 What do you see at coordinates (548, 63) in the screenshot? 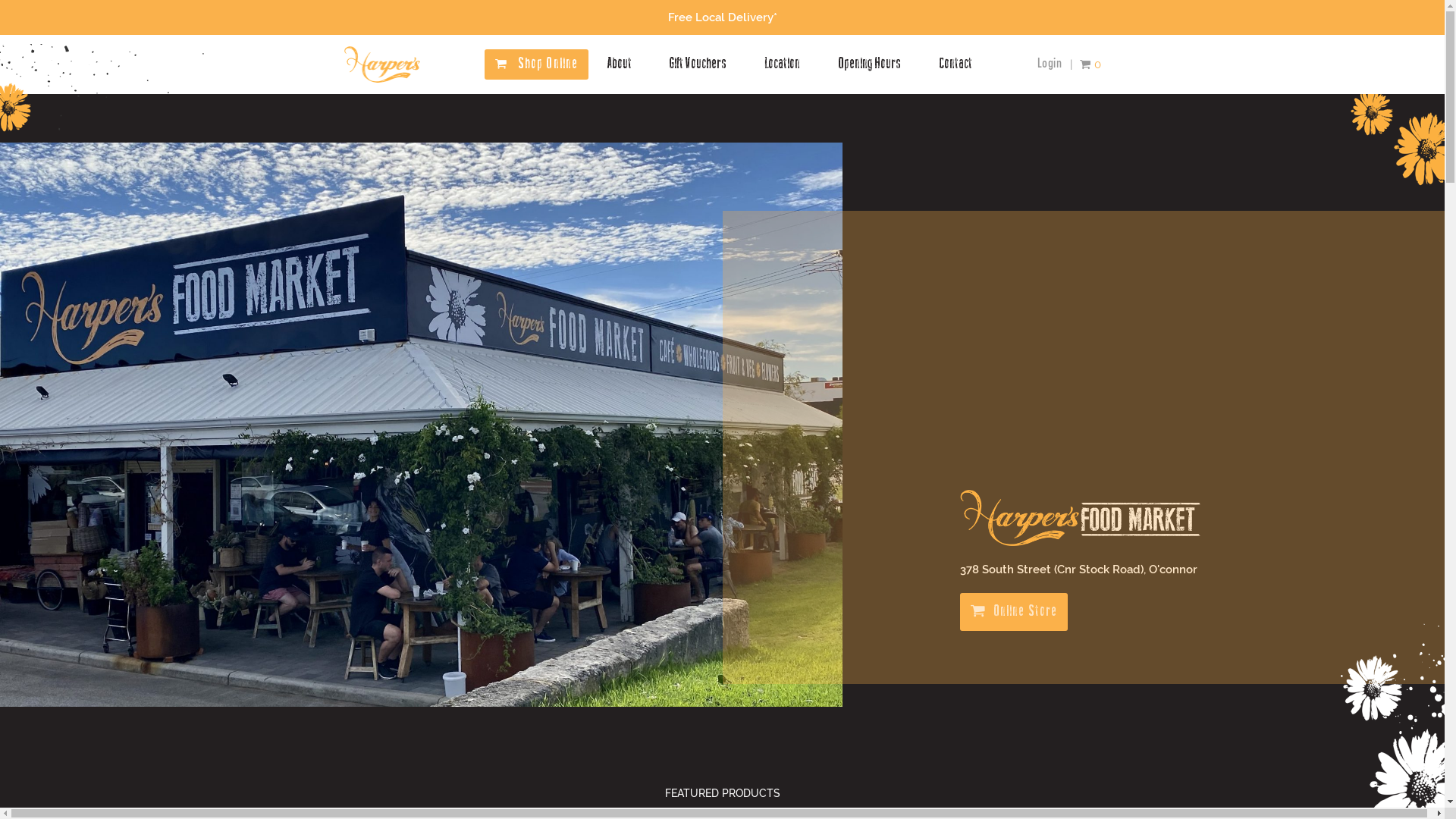
I see `'Shop Online'` at bounding box center [548, 63].